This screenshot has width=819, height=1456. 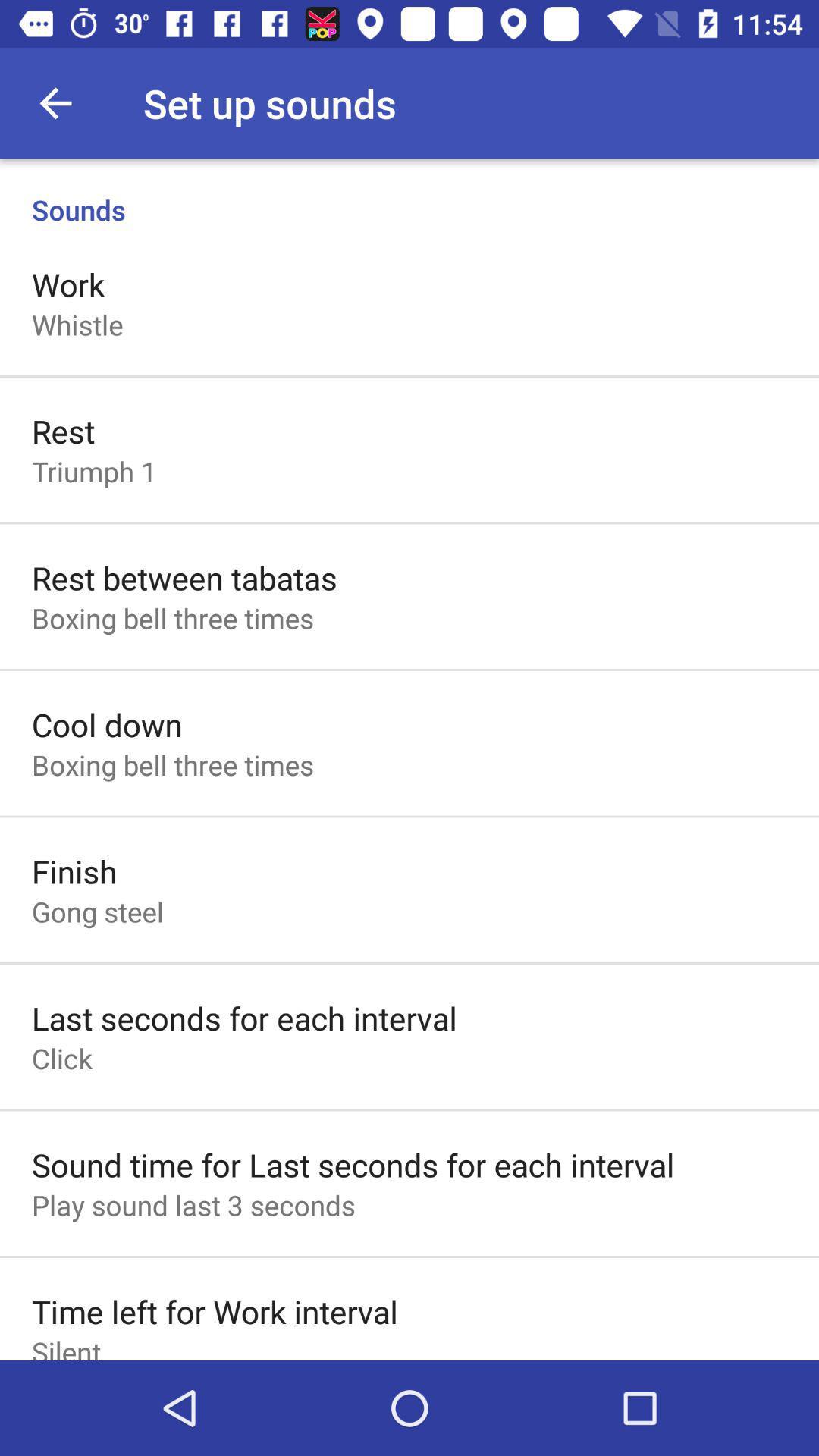 What do you see at coordinates (184, 577) in the screenshot?
I see `the rest between tabatas item` at bounding box center [184, 577].